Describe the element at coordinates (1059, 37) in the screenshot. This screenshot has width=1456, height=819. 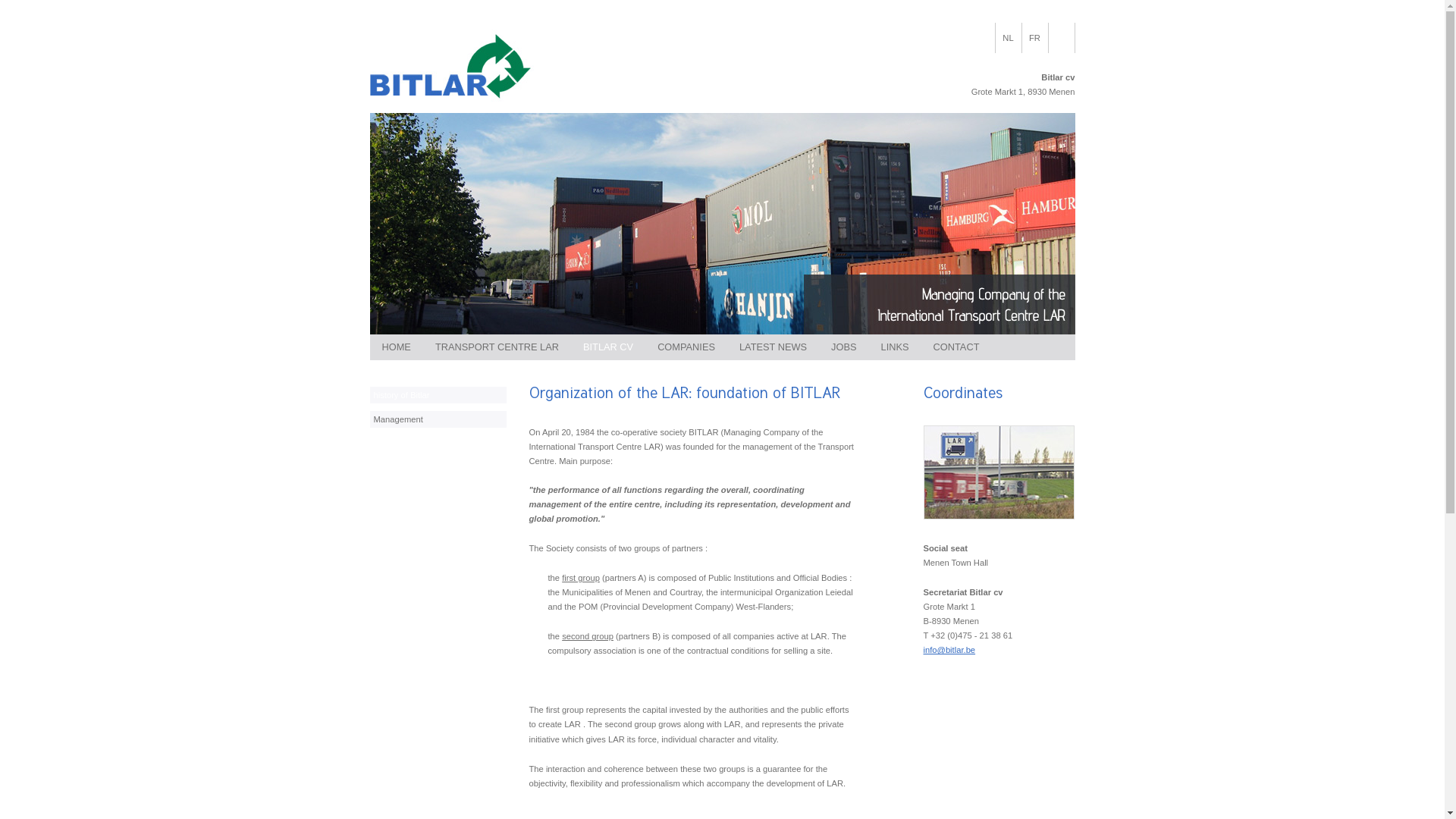
I see `'EN'` at that location.